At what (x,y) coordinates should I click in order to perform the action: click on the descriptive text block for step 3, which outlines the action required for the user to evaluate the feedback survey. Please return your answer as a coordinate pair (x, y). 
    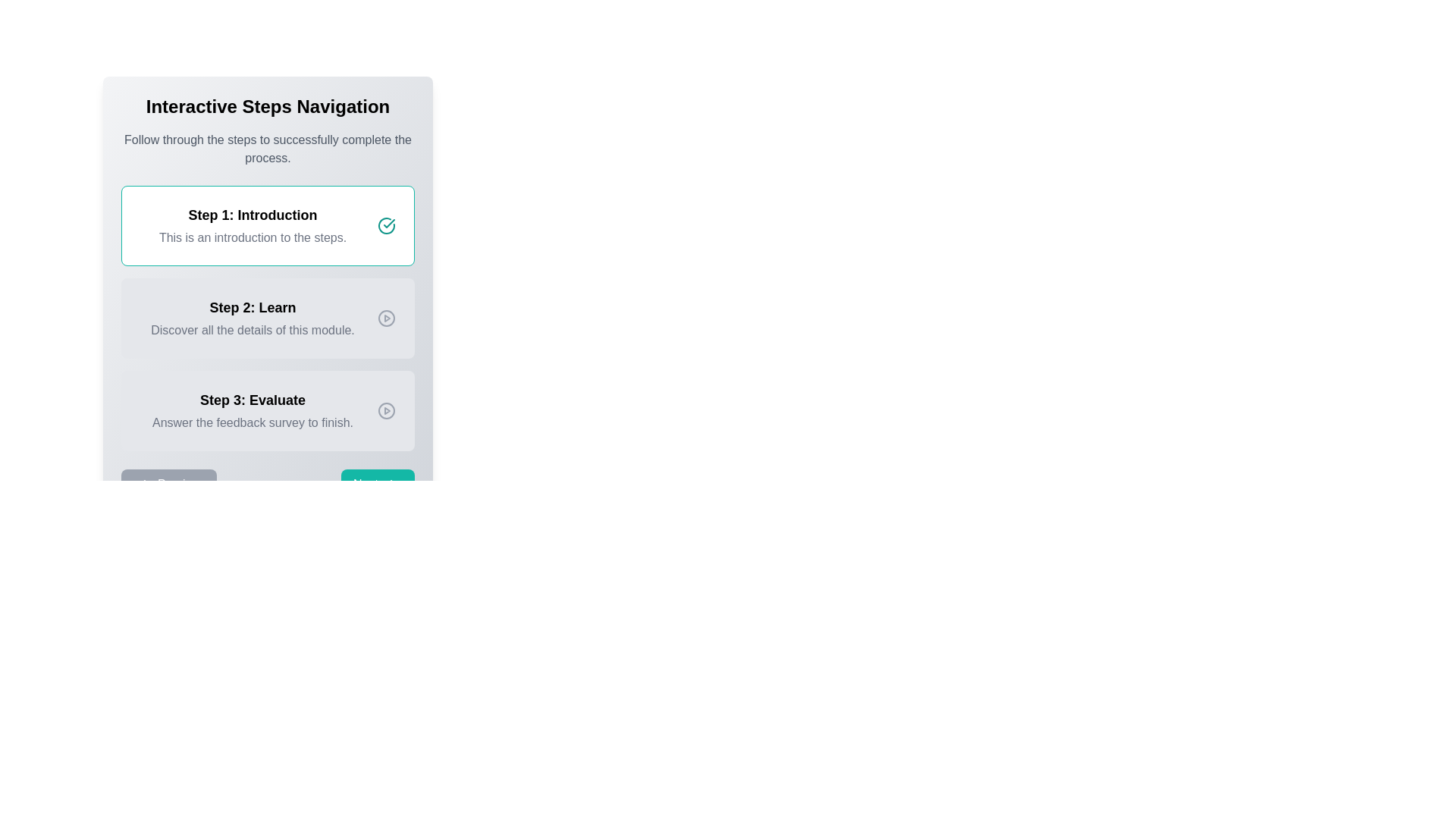
    Looking at the image, I should click on (253, 411).